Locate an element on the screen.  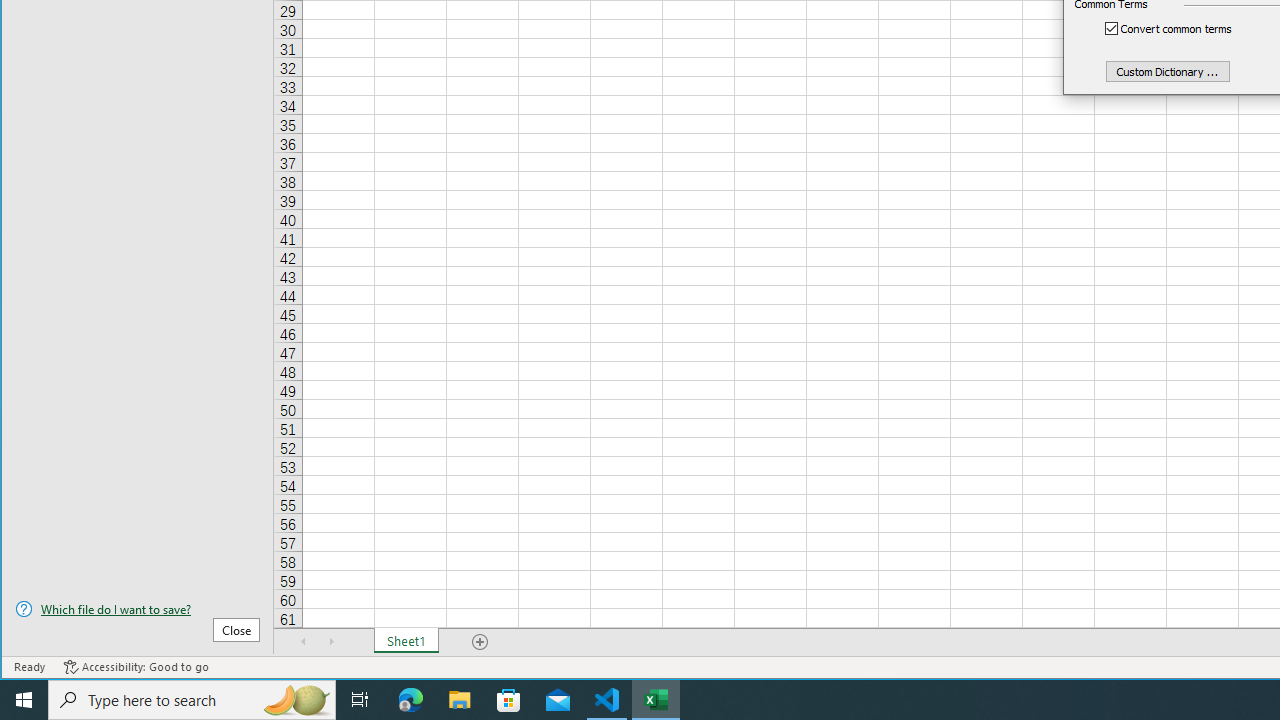
'Task View' is located at coordinates (359, 698).